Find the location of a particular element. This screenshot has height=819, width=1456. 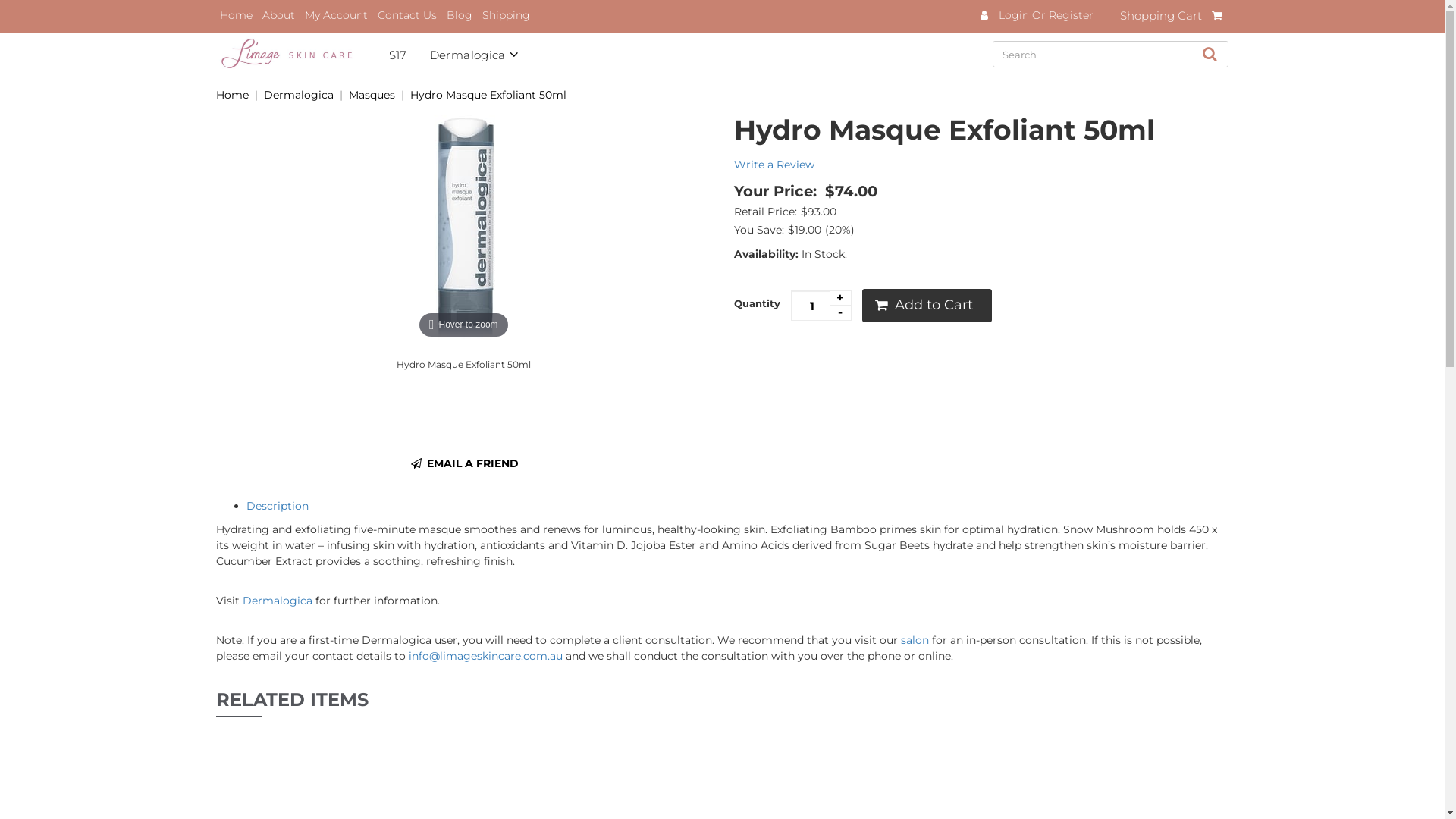

'Dermalogica' is located at coordinates (486, 52).